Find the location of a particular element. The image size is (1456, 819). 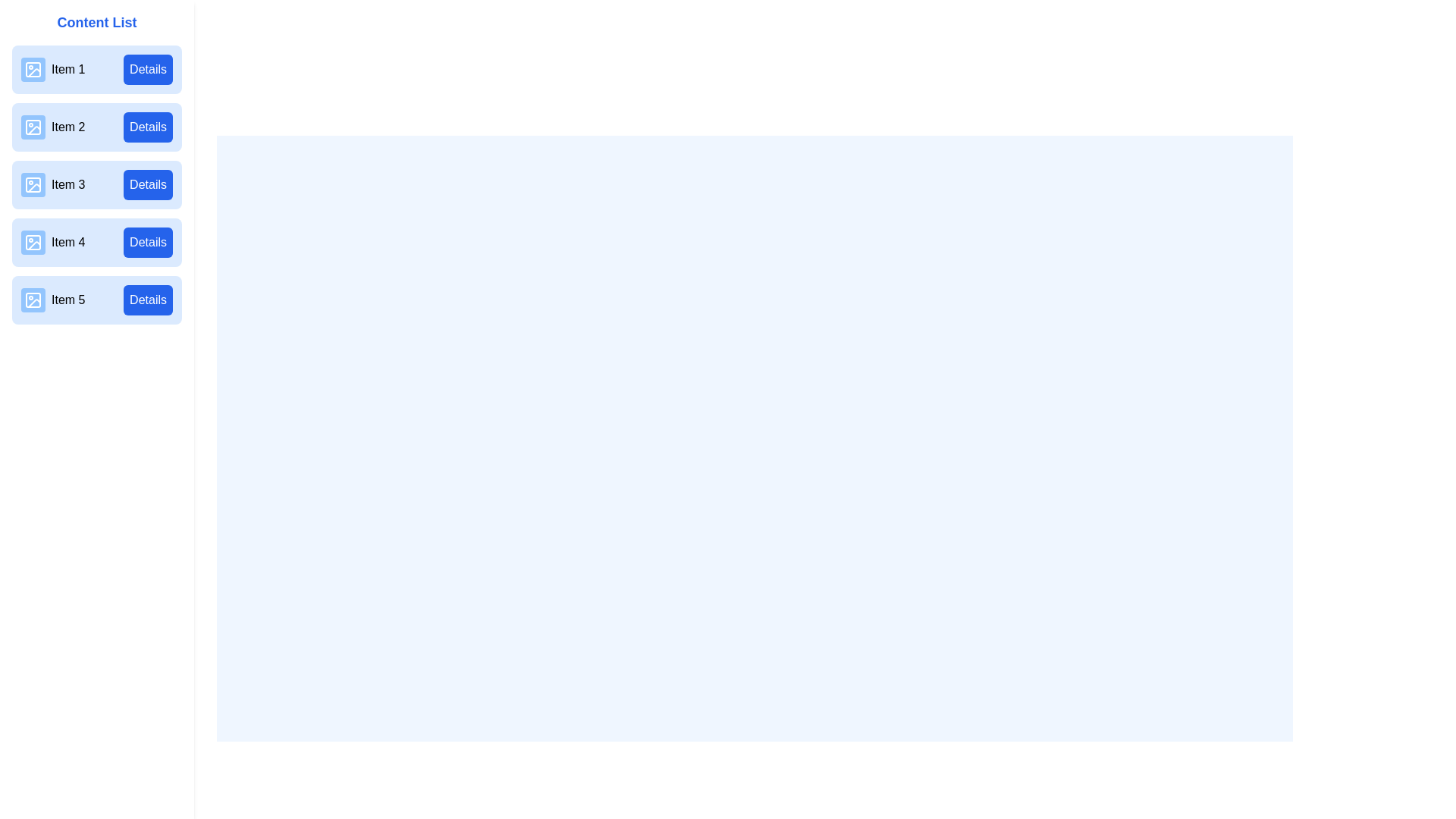

the text label displaying 'Item 4', which is aligned to the right of a small icon and to the left of the 'Details' button is located at coordinates (53, 242).